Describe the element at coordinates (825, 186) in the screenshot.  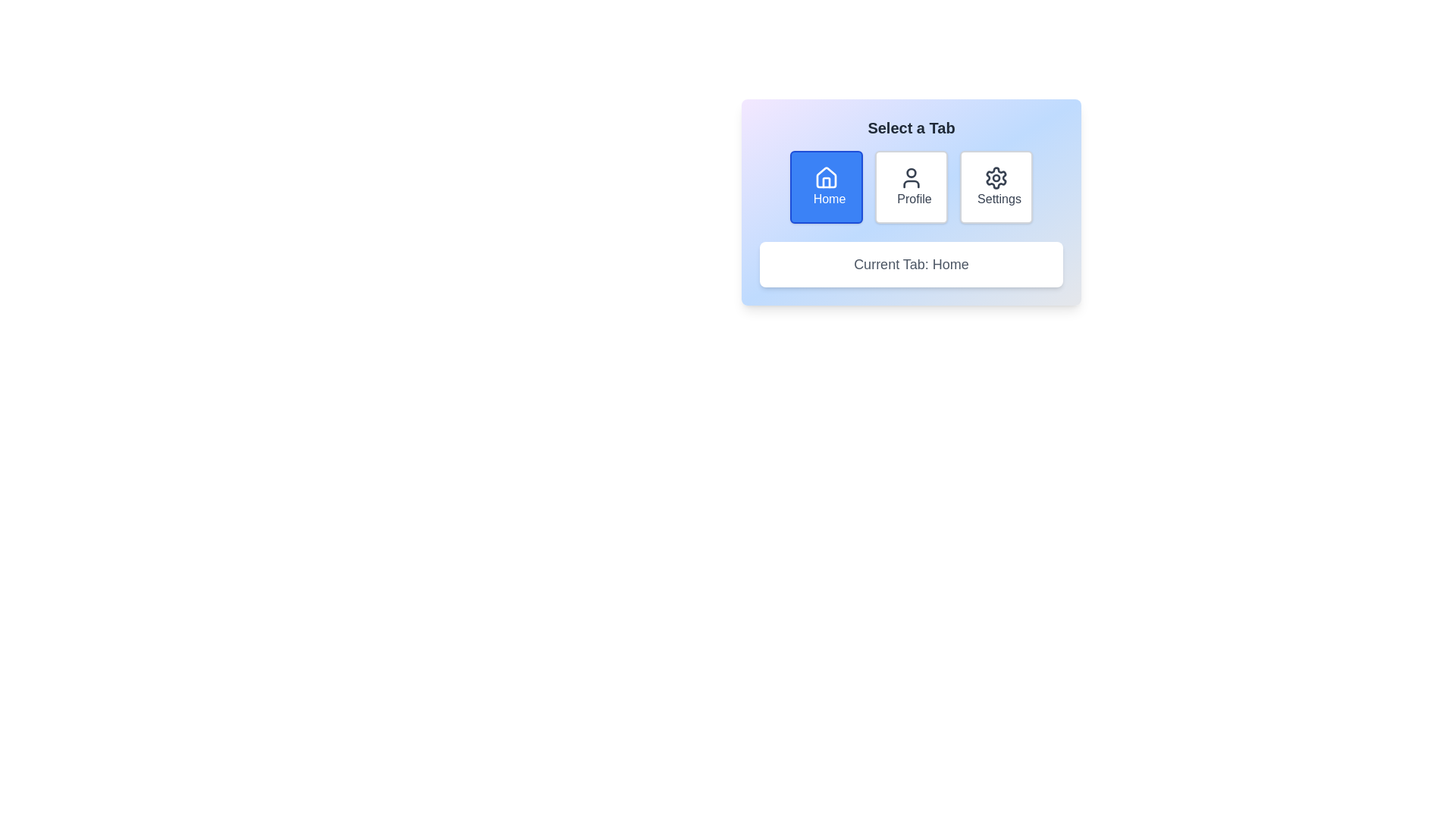
I see `the first navigation button from the left in the horizontal row beneath the 'Select a Tab' label` at that location.